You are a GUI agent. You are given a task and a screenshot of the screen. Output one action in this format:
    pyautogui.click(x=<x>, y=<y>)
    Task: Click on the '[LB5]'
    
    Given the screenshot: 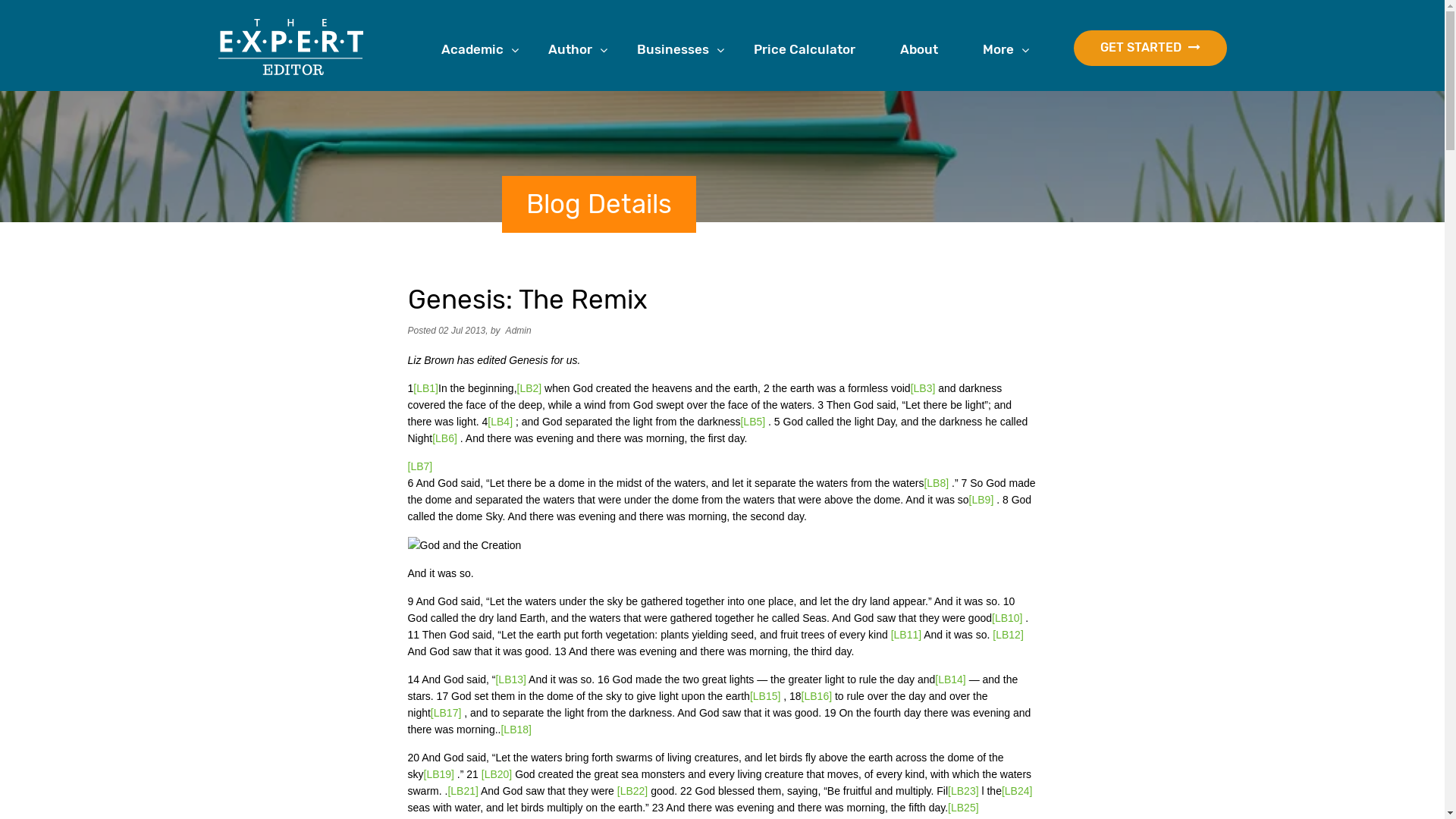 What is the action you would take?
    pyautogui.click(x=752, y=421)
    